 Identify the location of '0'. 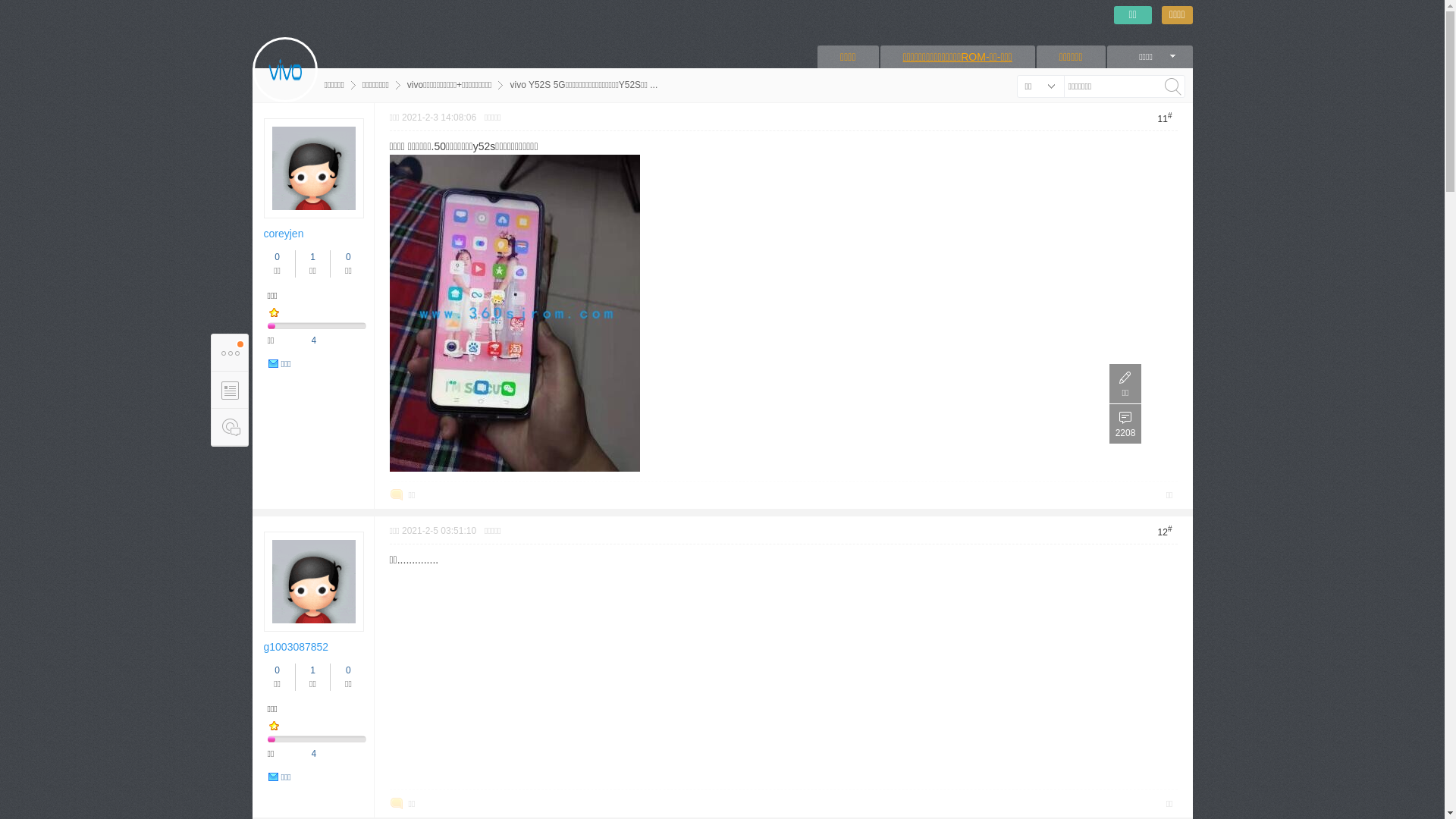
(347, 256).